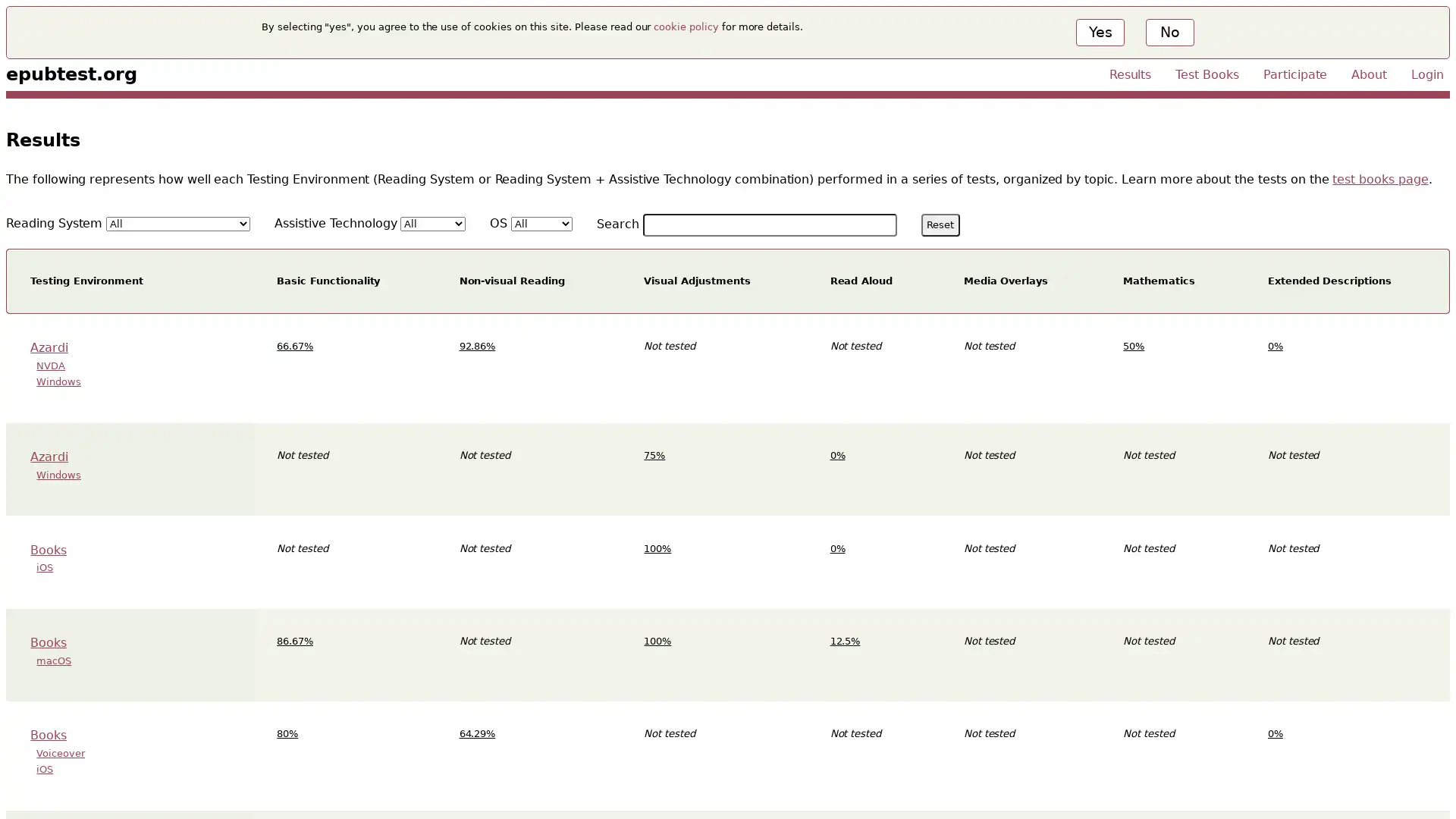  What do you see at coordinates (327, 281) in the screenshot?
I see `Basic Functionality` at bounding box center [327, 281].